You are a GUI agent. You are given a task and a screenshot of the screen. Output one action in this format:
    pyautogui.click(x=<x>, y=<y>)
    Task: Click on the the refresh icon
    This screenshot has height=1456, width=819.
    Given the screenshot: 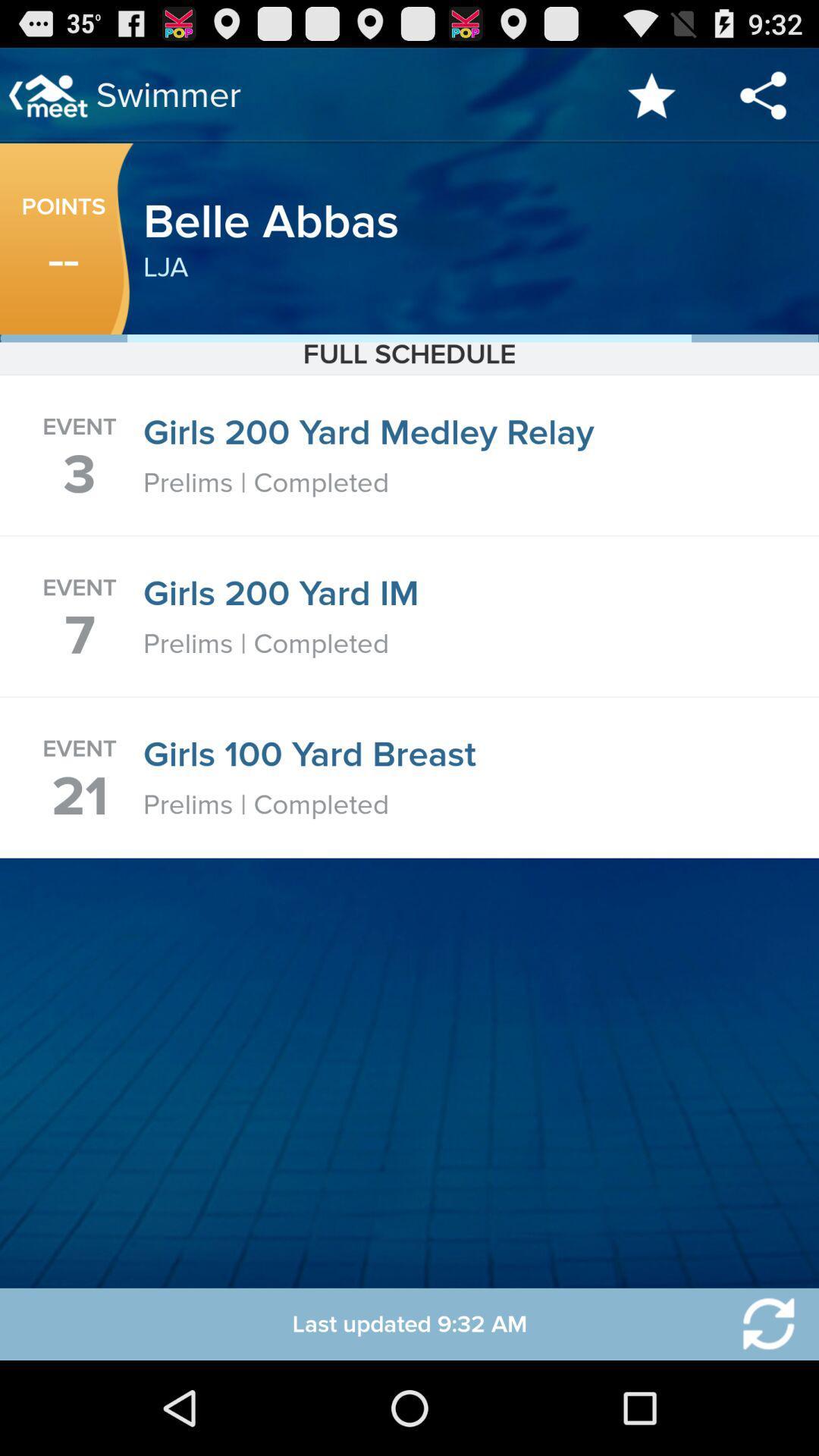 What is the action you would take?
    pyautogui.click(x=759, y=1417)
    